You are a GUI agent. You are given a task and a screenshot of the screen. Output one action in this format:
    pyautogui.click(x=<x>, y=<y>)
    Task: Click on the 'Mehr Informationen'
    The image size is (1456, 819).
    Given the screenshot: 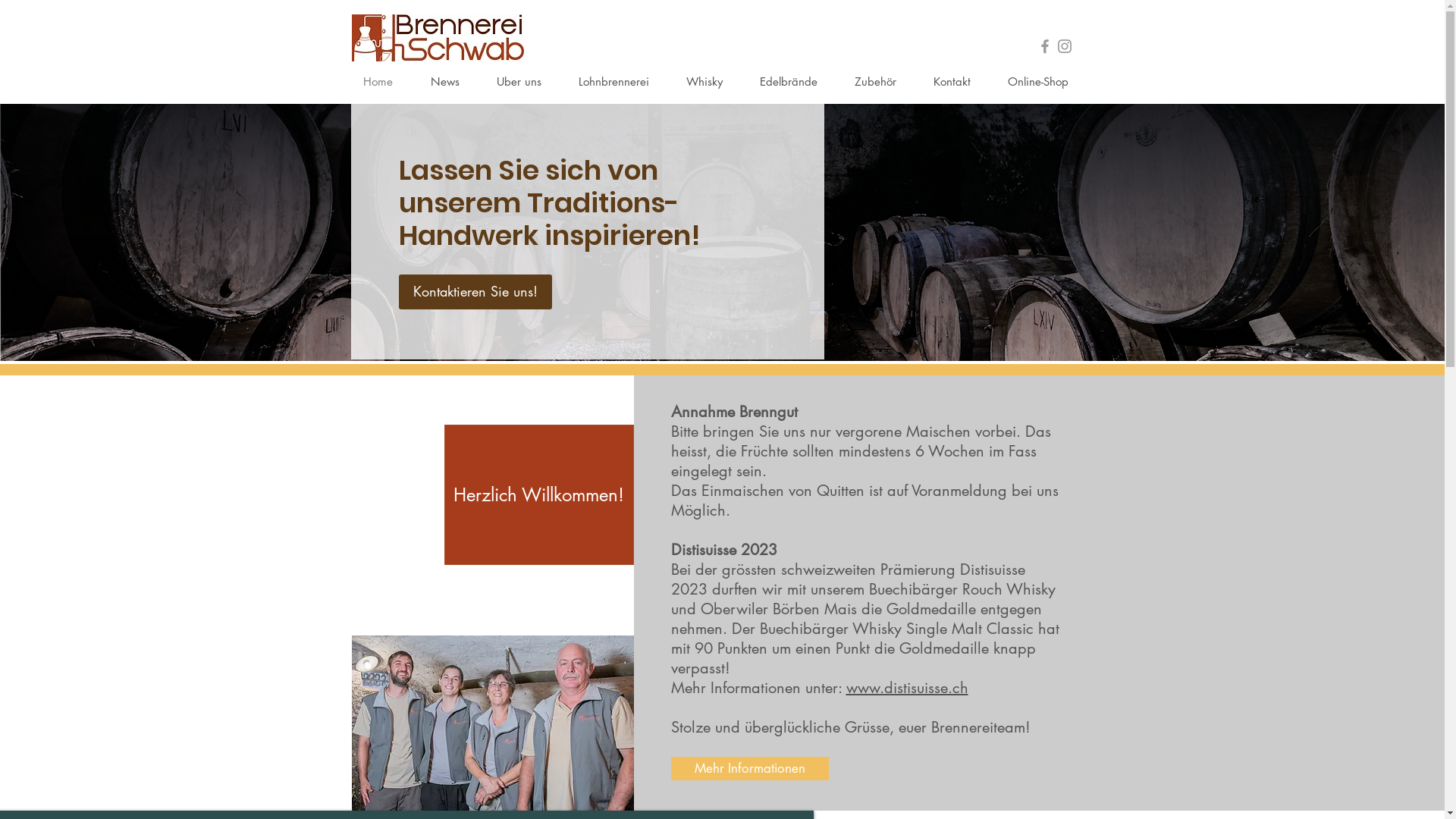 What is the action you would take?
    pyautogui.click(x=749, y=768)
    